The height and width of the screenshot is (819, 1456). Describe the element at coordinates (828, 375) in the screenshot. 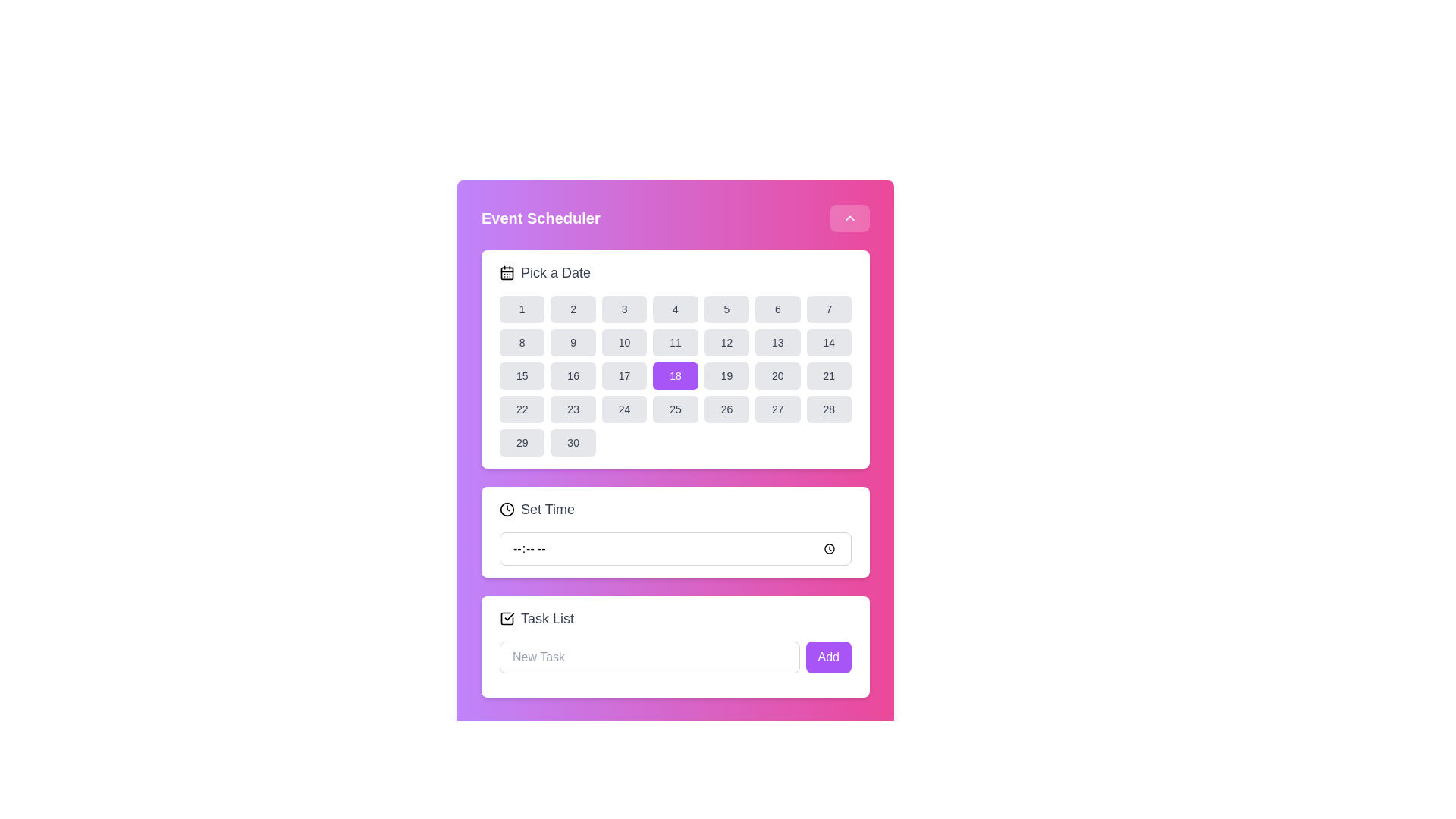

I see `the button` at that location.